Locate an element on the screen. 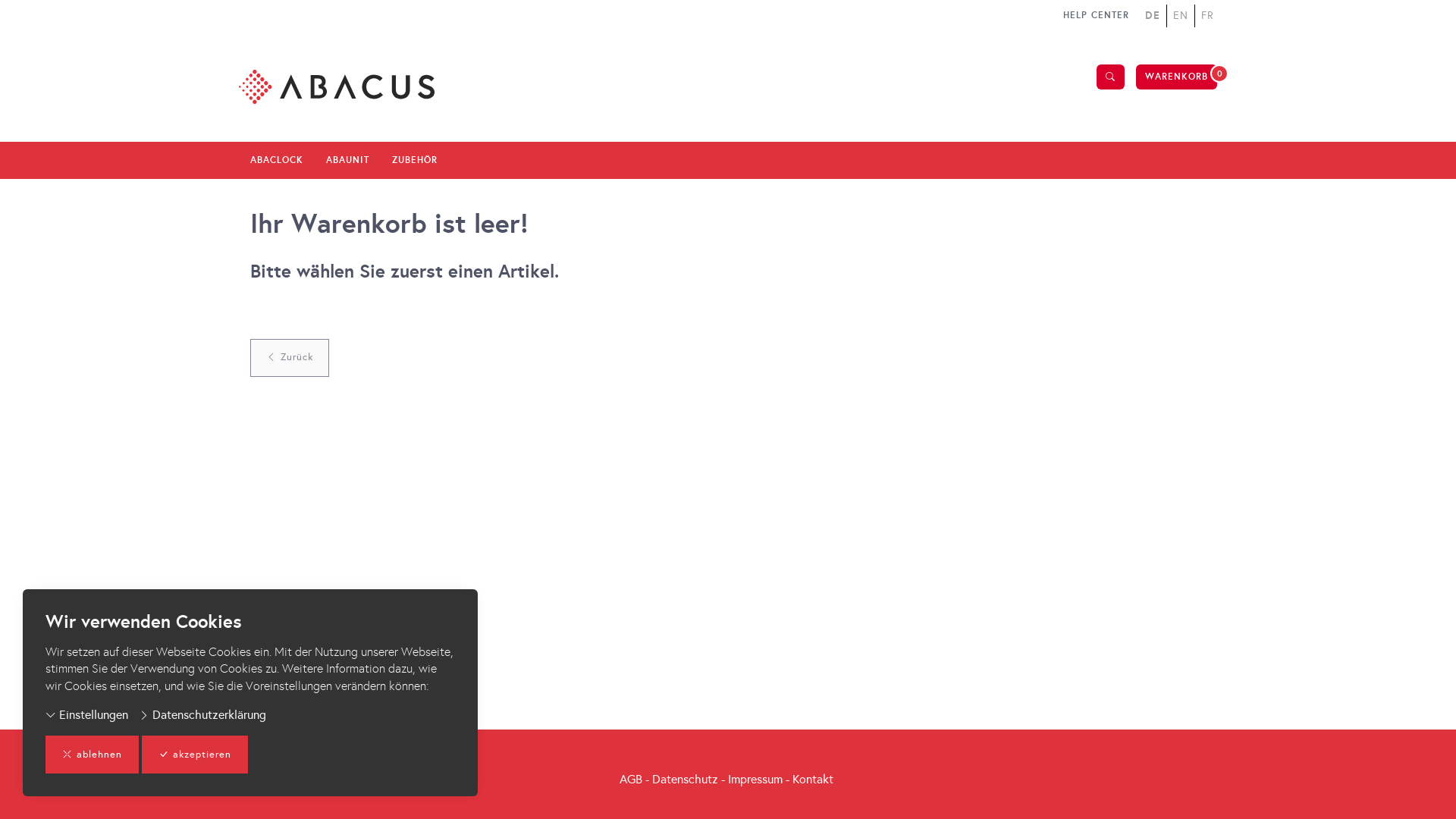  'AGB' is located at coordinates (630, 779).